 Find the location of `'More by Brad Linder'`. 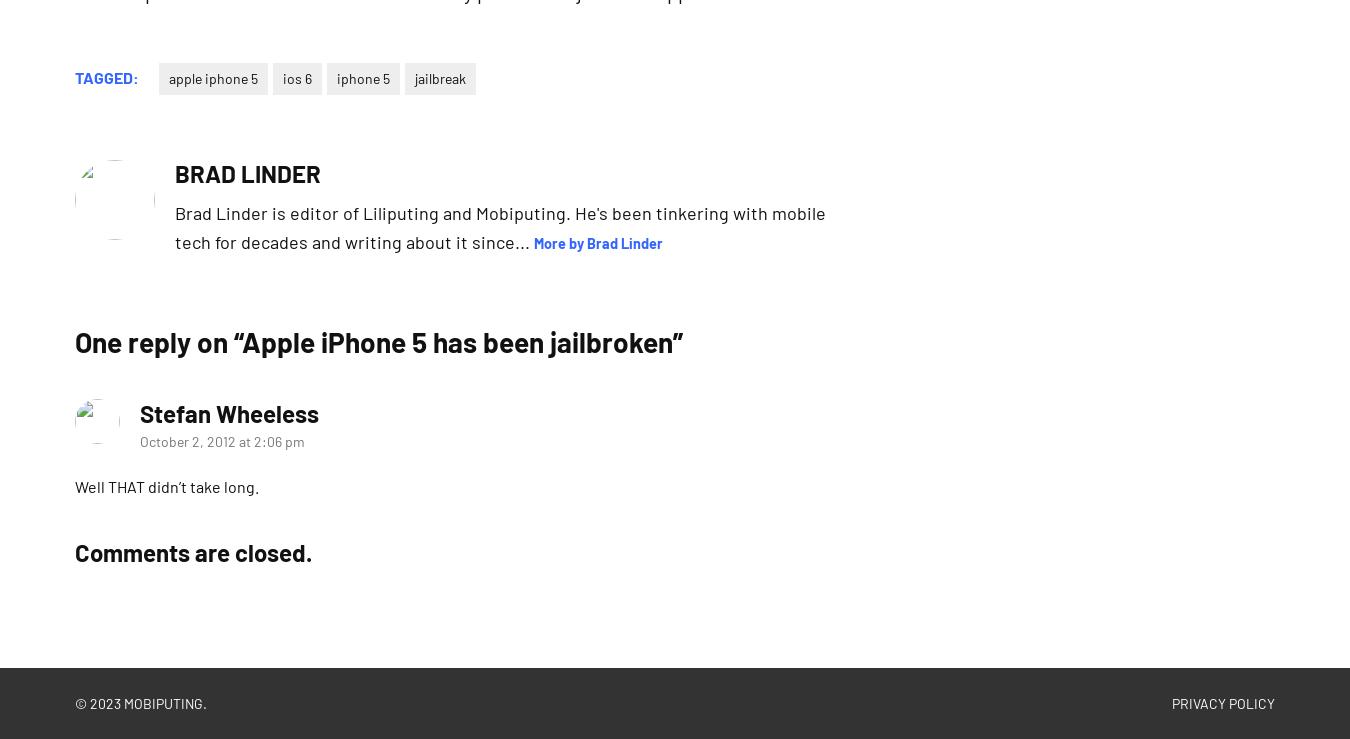

'More by Brad Linder' is located at coordinates (598, 242).